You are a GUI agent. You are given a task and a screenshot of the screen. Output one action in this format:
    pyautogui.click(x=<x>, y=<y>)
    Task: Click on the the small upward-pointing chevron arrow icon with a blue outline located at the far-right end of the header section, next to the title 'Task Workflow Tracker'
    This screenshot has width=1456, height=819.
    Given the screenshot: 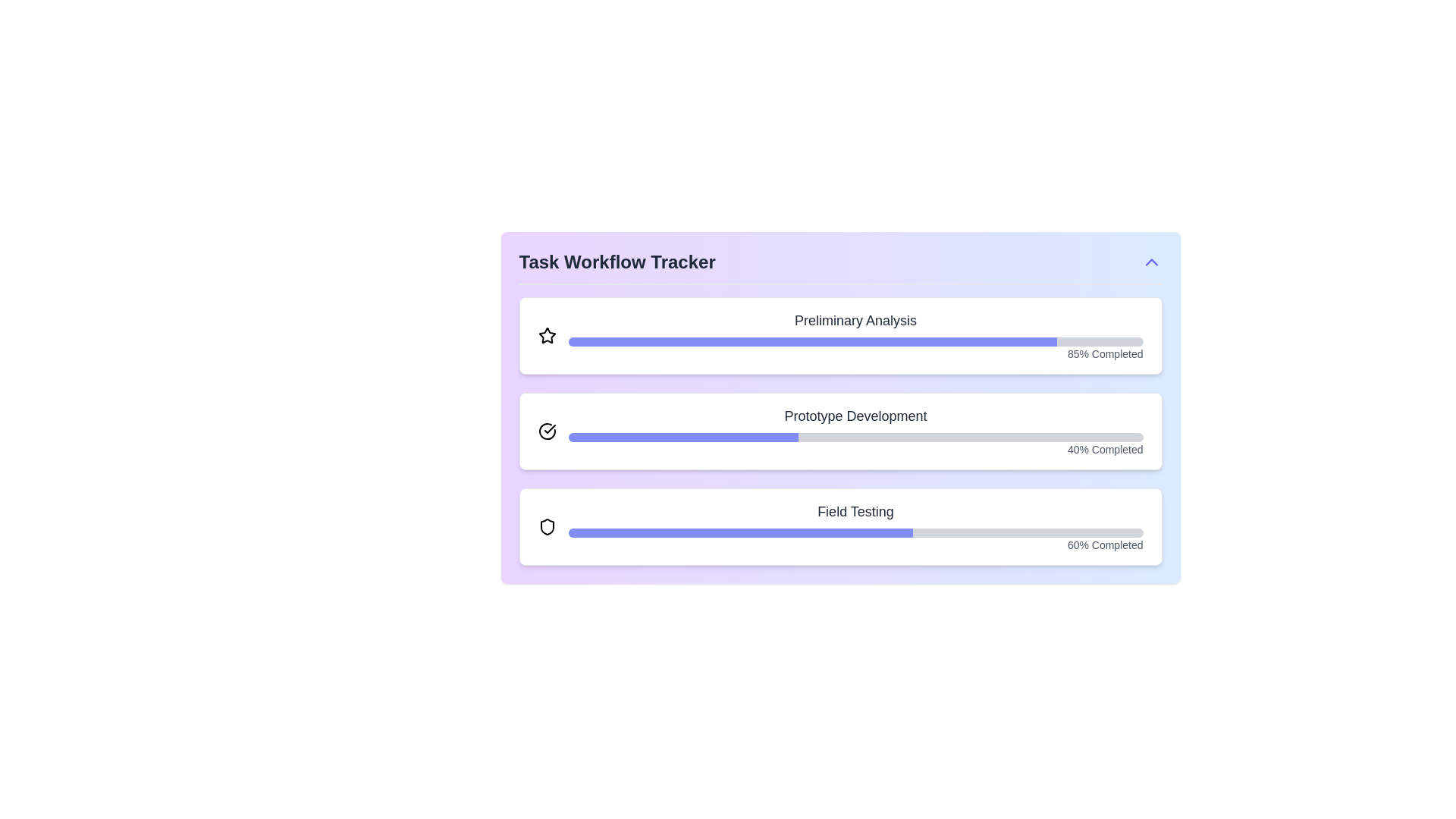 What is the action you would take?
    pyautogui.click(x=1151, y=262)
    